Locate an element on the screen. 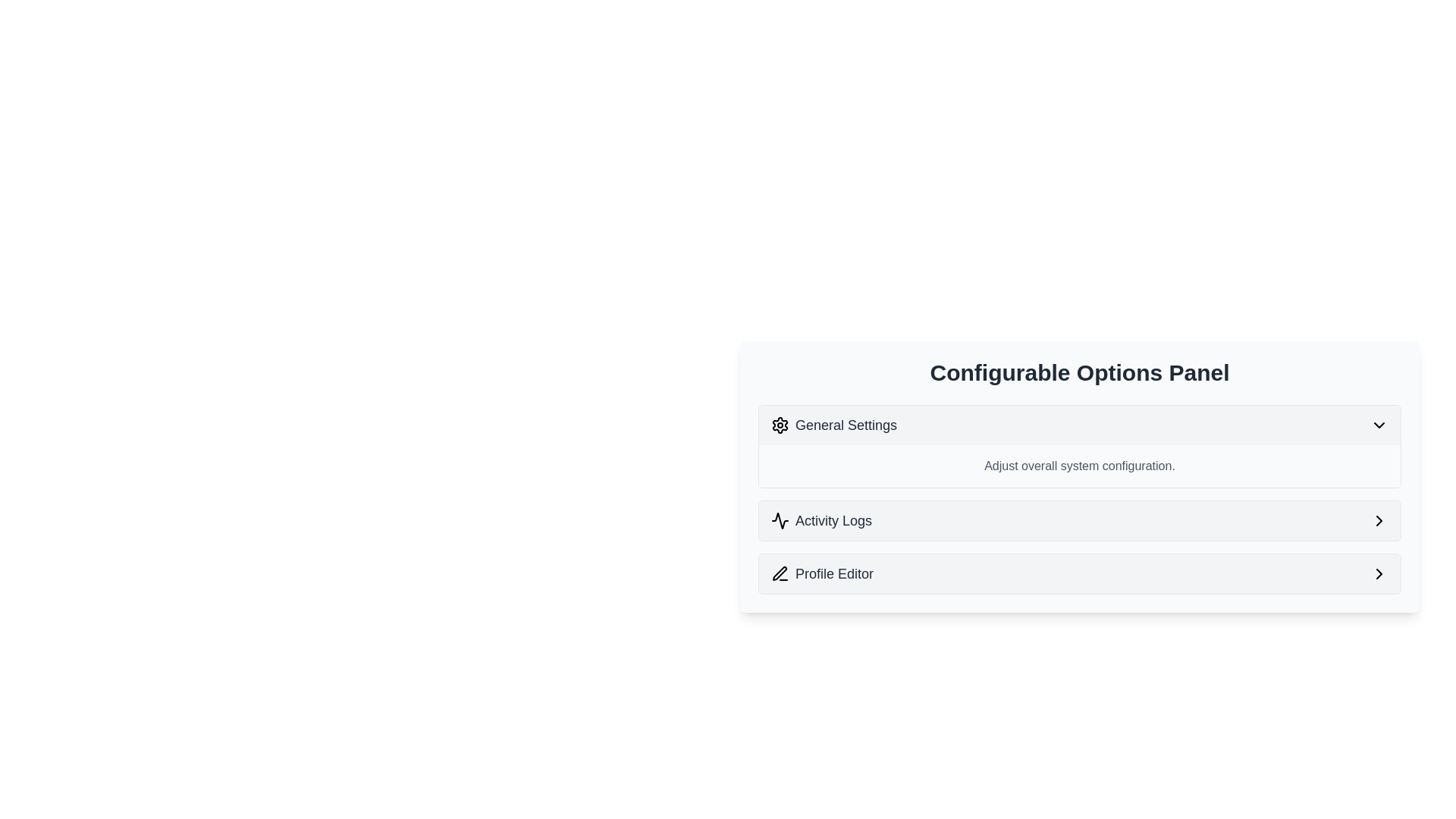 Image resolution: width=1456 pixels, height=819 pixels. the textual label that identifies and selects the associated section related to activity logs, situated beside an icon on the right-hand side, in the middle section of a vertical list panel is located at coordinates (833, 519).